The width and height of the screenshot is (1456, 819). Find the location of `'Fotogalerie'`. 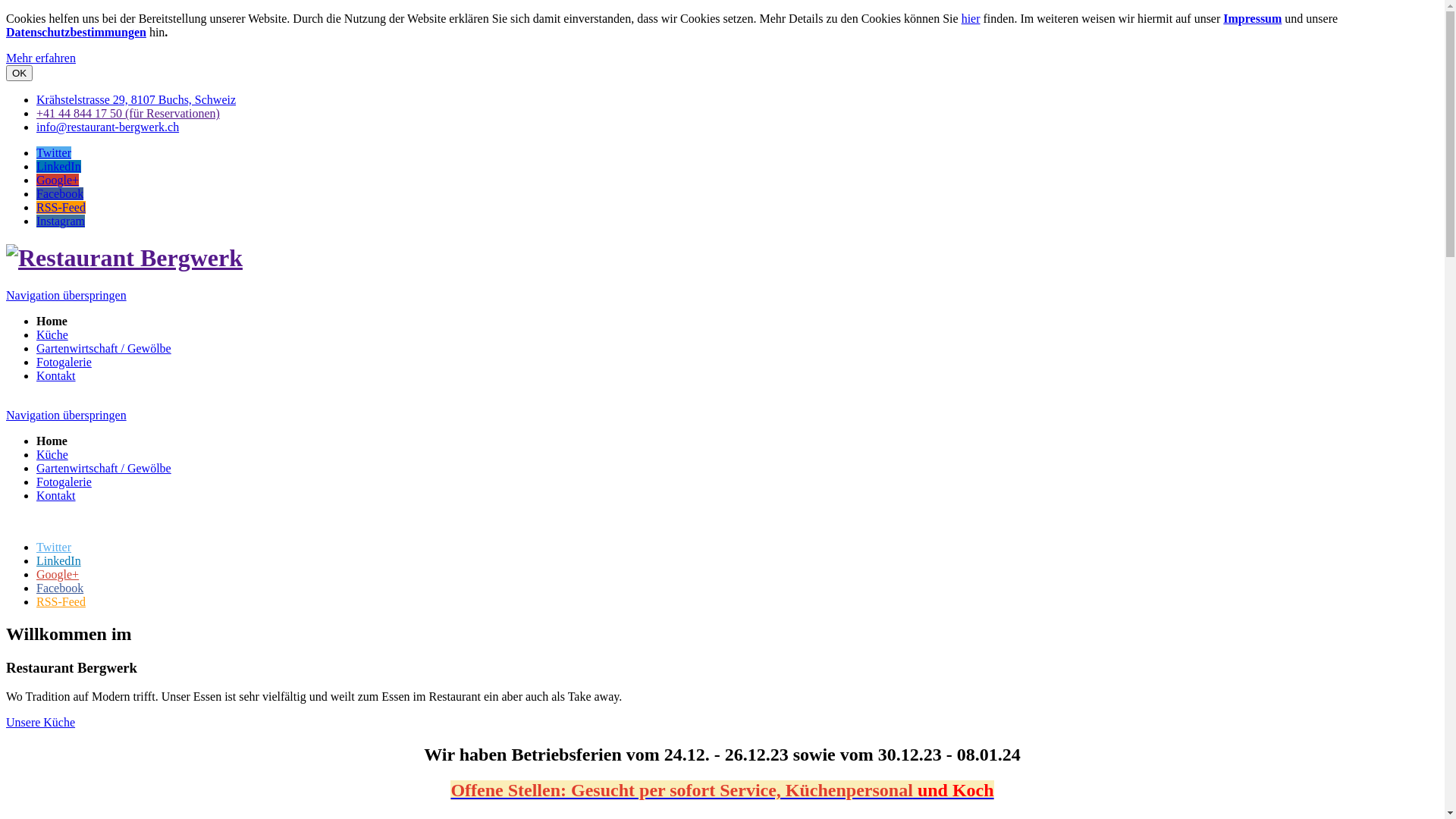

'Fotogalerie' is located at coordinates (63, 362).